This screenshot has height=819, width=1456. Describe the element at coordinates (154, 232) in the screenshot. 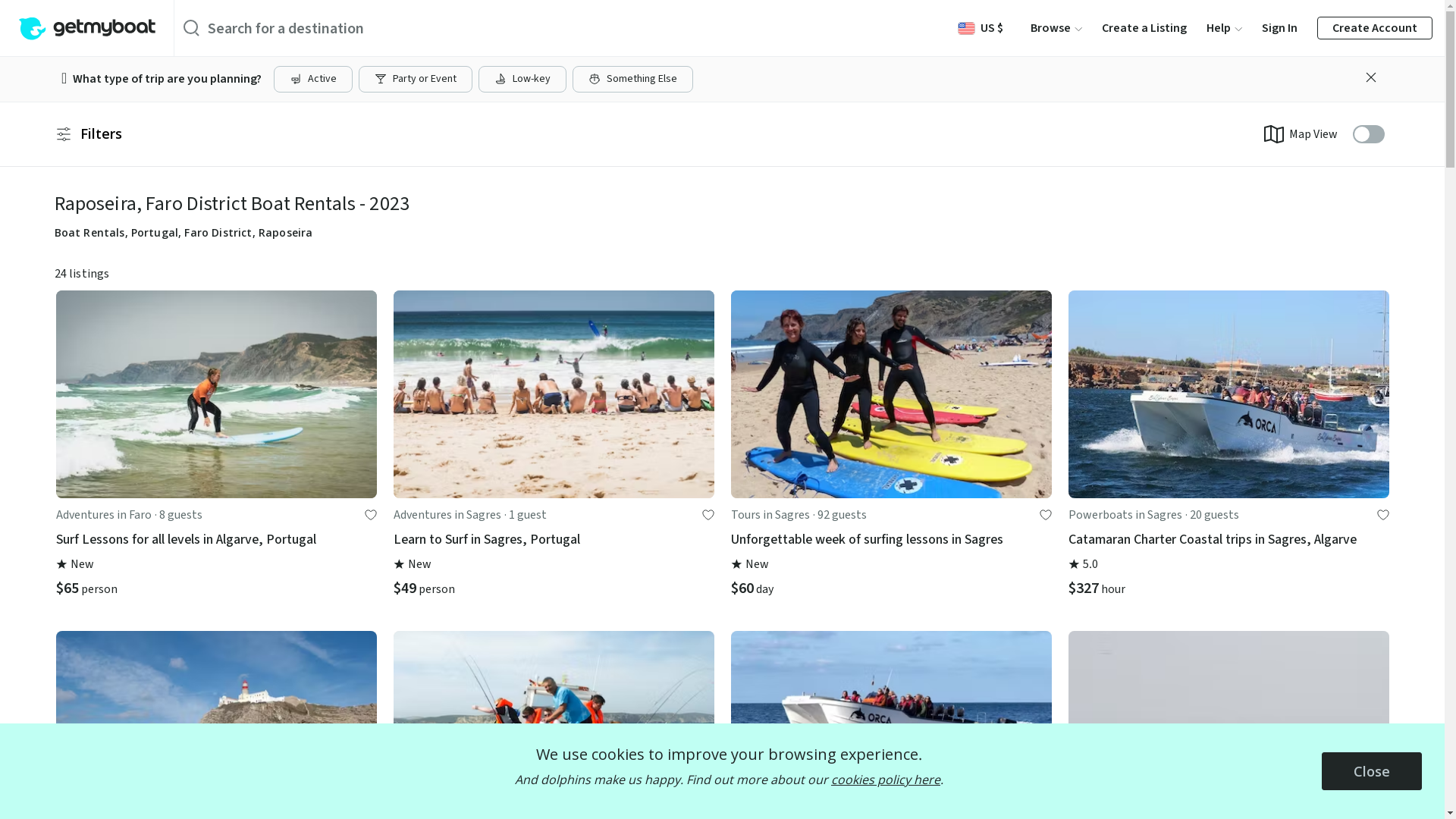

I see `'Portugal'` at that location.